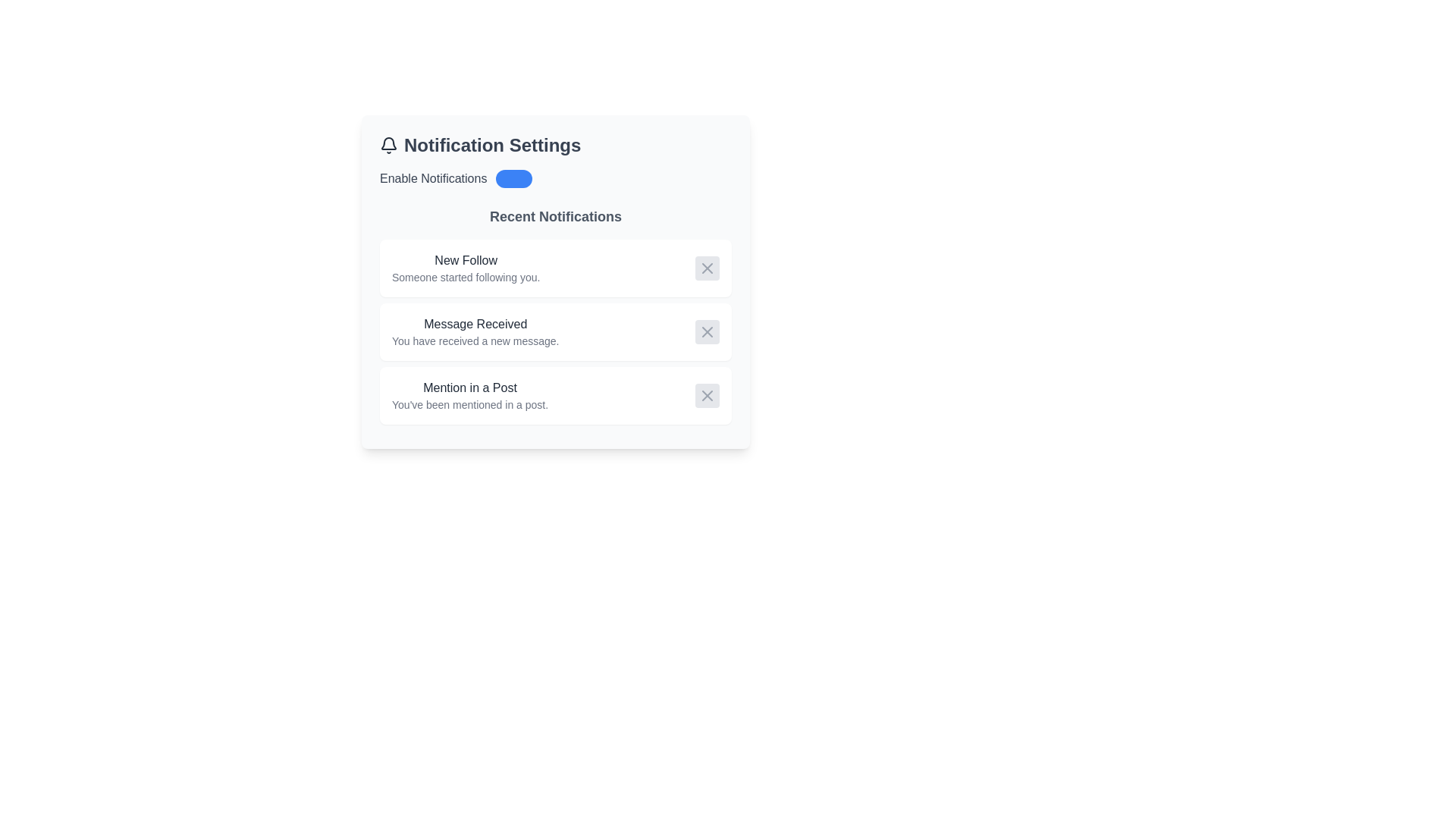 Image resolution: width=1456 pixels, height=819 pixels. What do you see at coordinates (469, 394) in the screenshot?
I see `the third notification in the 'Recent Notifications' list, which informs the user about being mentioned in a post` at bounding box center [469, 394].